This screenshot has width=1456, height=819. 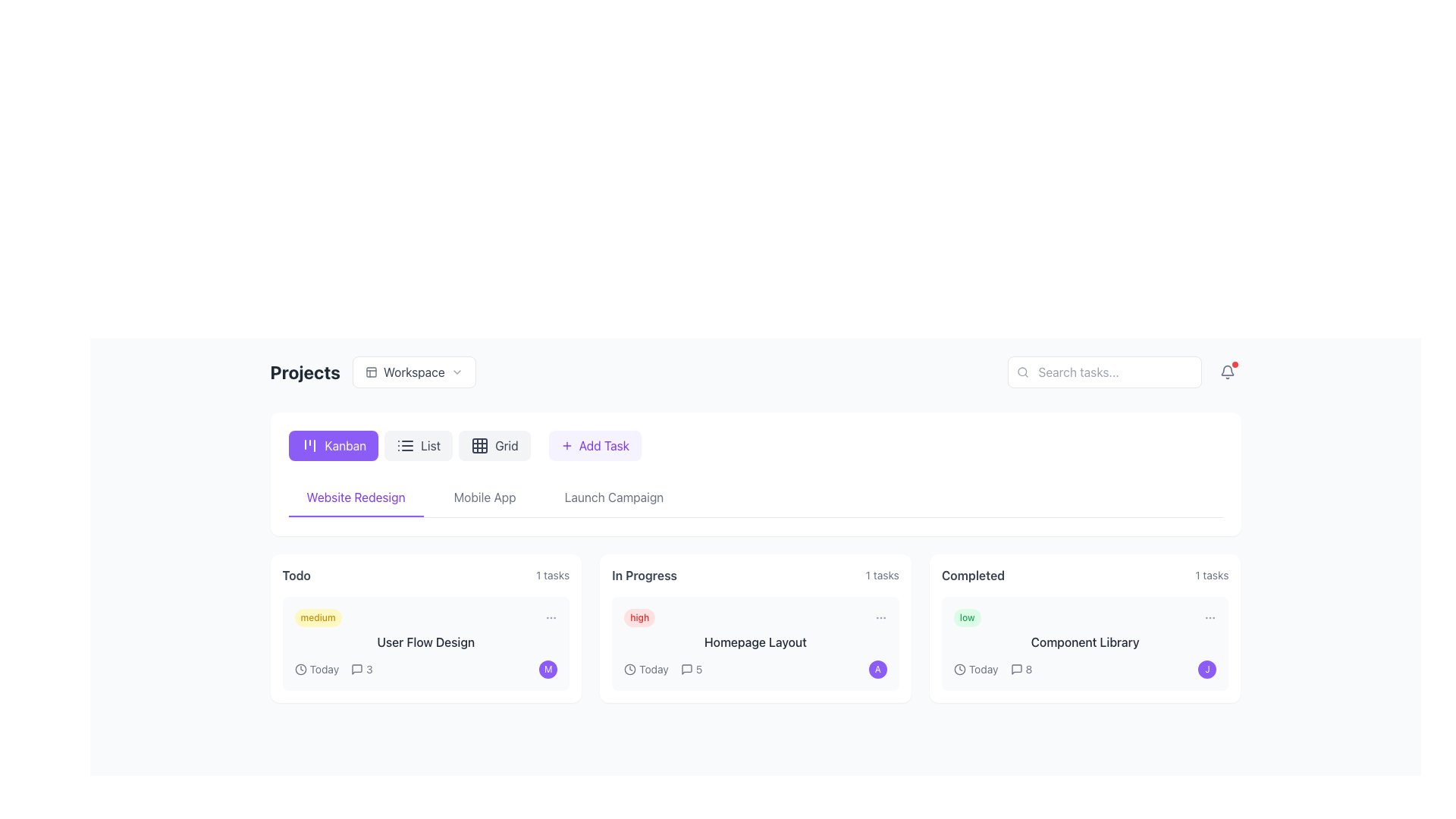 What do you see at coordinates (959, 669) in the screenshot?
I see `the small clock icon with a circular design located to the left of the text 'Today' in the 'Completed' card` at bounding box center [959, 669].